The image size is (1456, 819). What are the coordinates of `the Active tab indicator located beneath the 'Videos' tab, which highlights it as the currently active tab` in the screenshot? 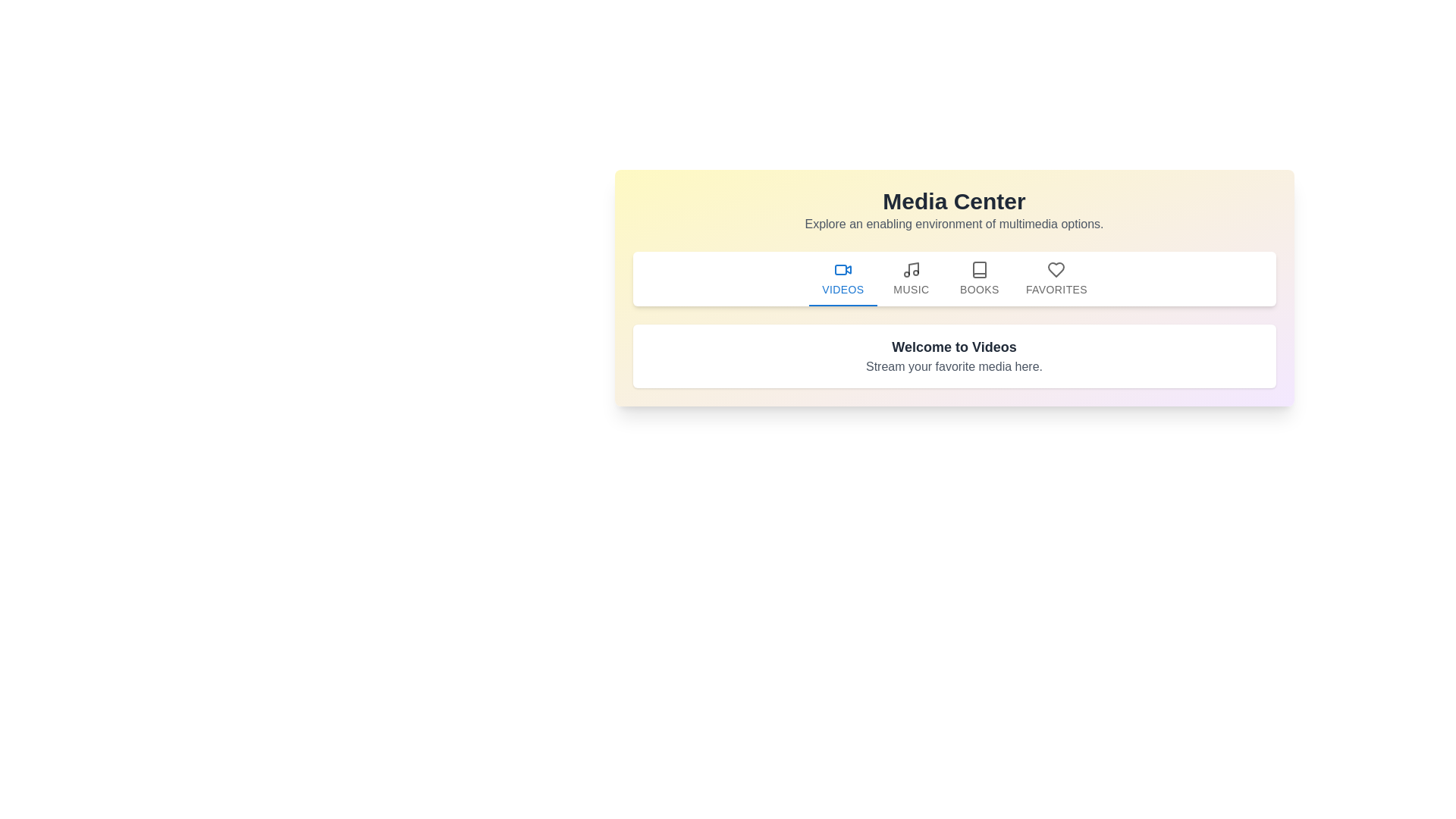 It's located at (842, 305).